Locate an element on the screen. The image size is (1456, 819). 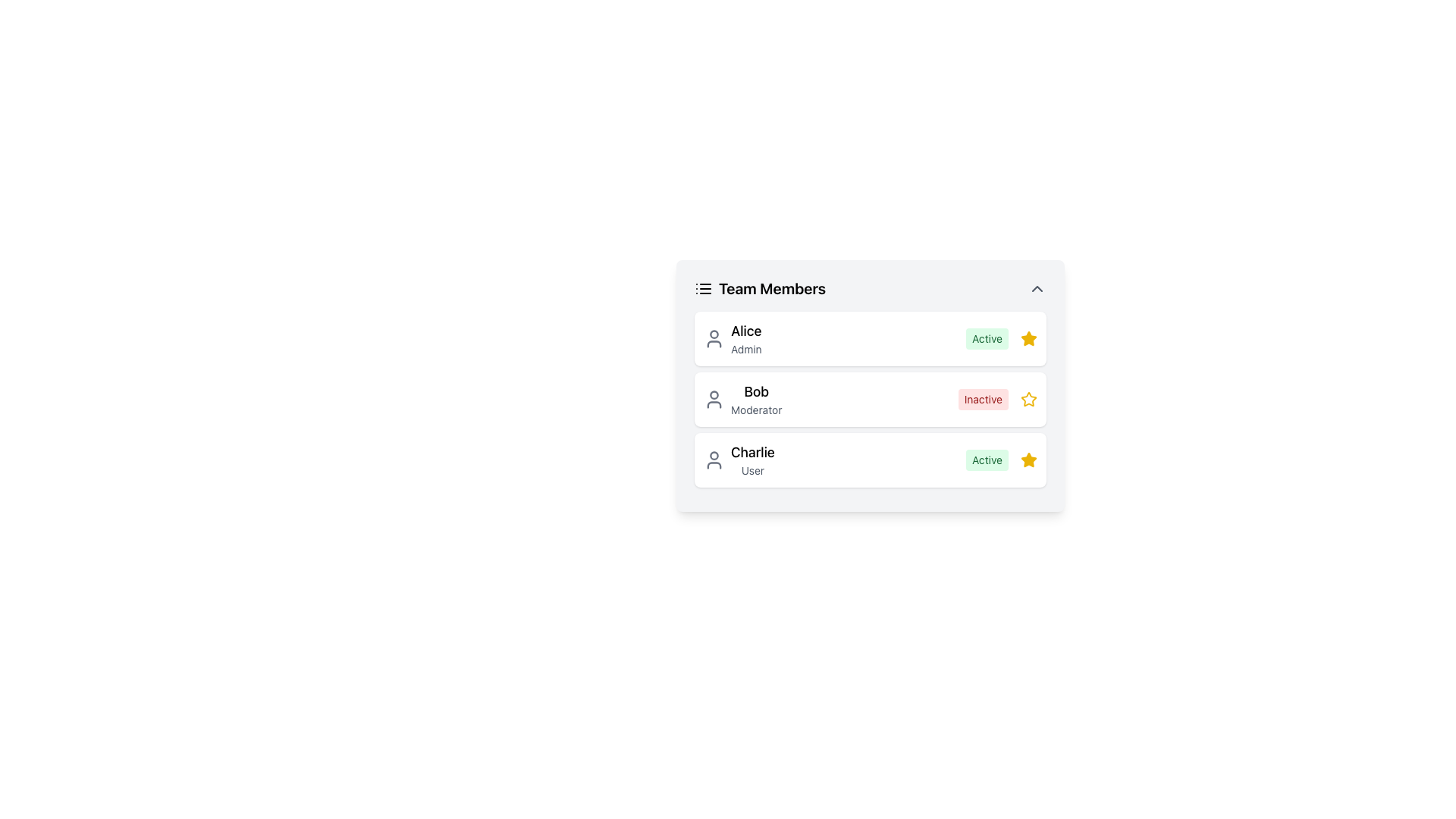
the text label displaying 'Alice' in bold and 'Admin' in gray, located within the team members section of the card-like structure is located at coordinates (746, 338).